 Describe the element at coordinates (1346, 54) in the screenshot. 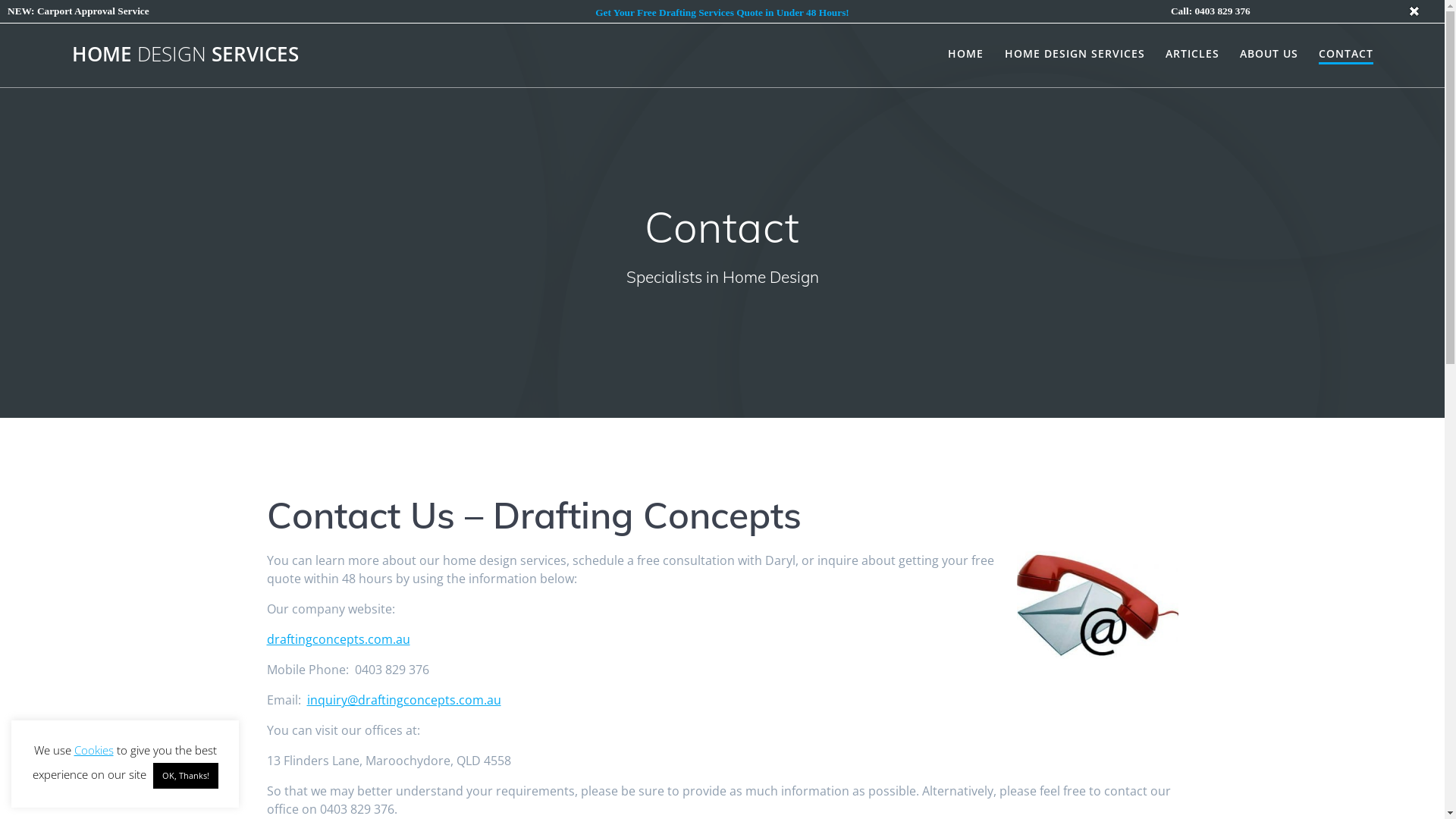

I see `'CONTACT'` at that location.